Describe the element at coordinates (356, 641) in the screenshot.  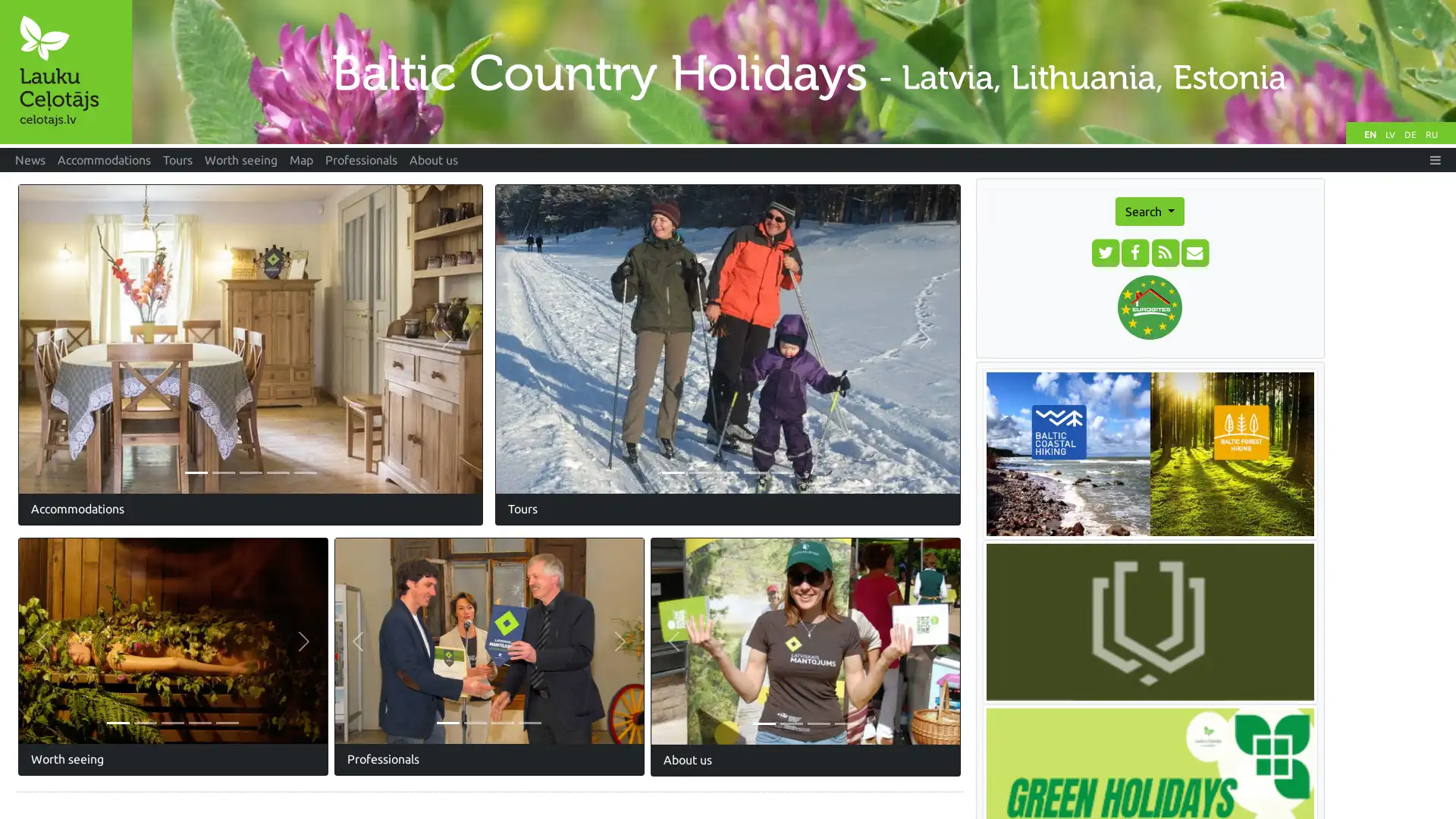
I see `Previous` at that location.